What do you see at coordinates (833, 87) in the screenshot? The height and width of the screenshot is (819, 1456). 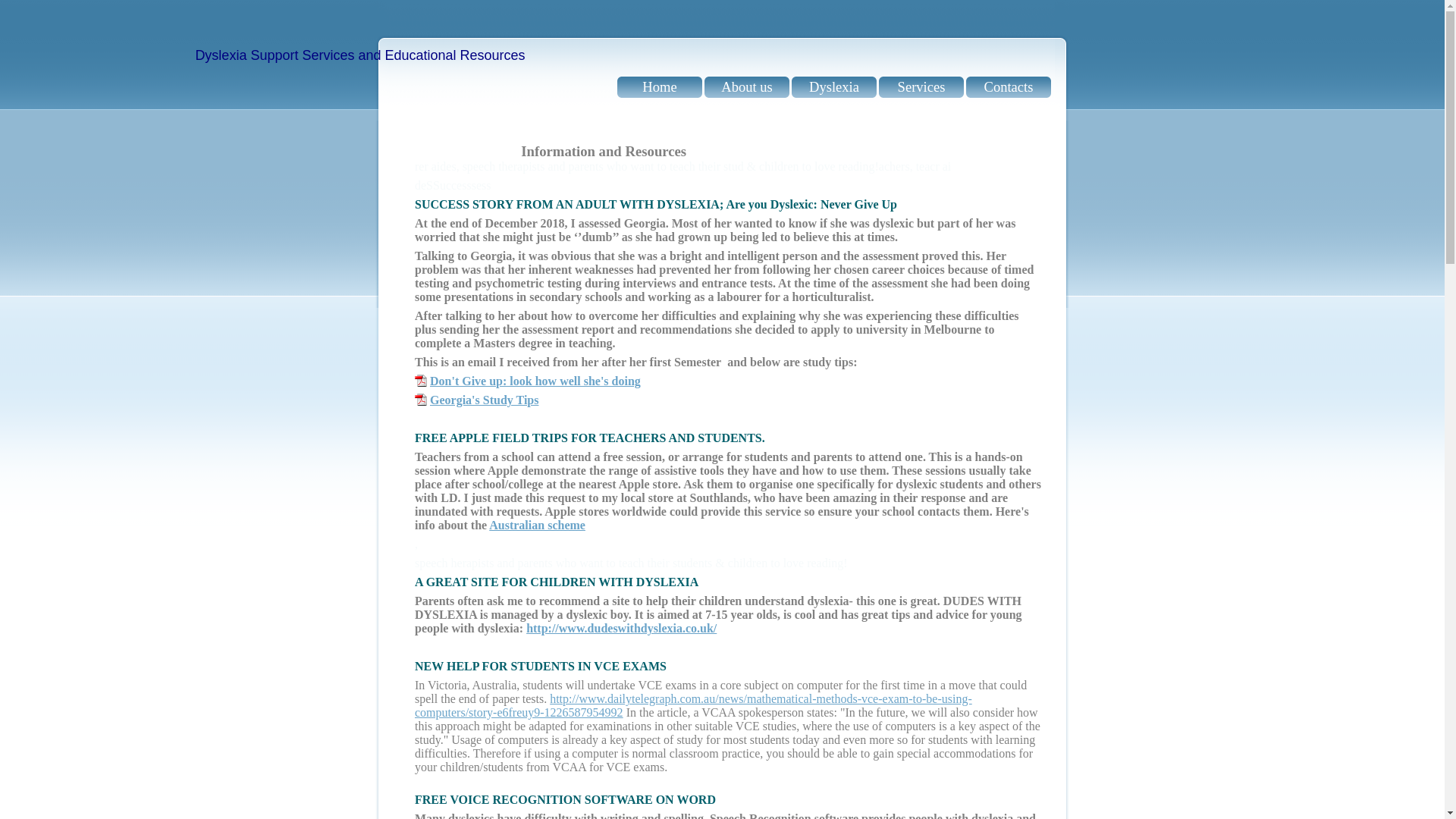 I see `'Dyslexia'` at bounding box center [833, 87].